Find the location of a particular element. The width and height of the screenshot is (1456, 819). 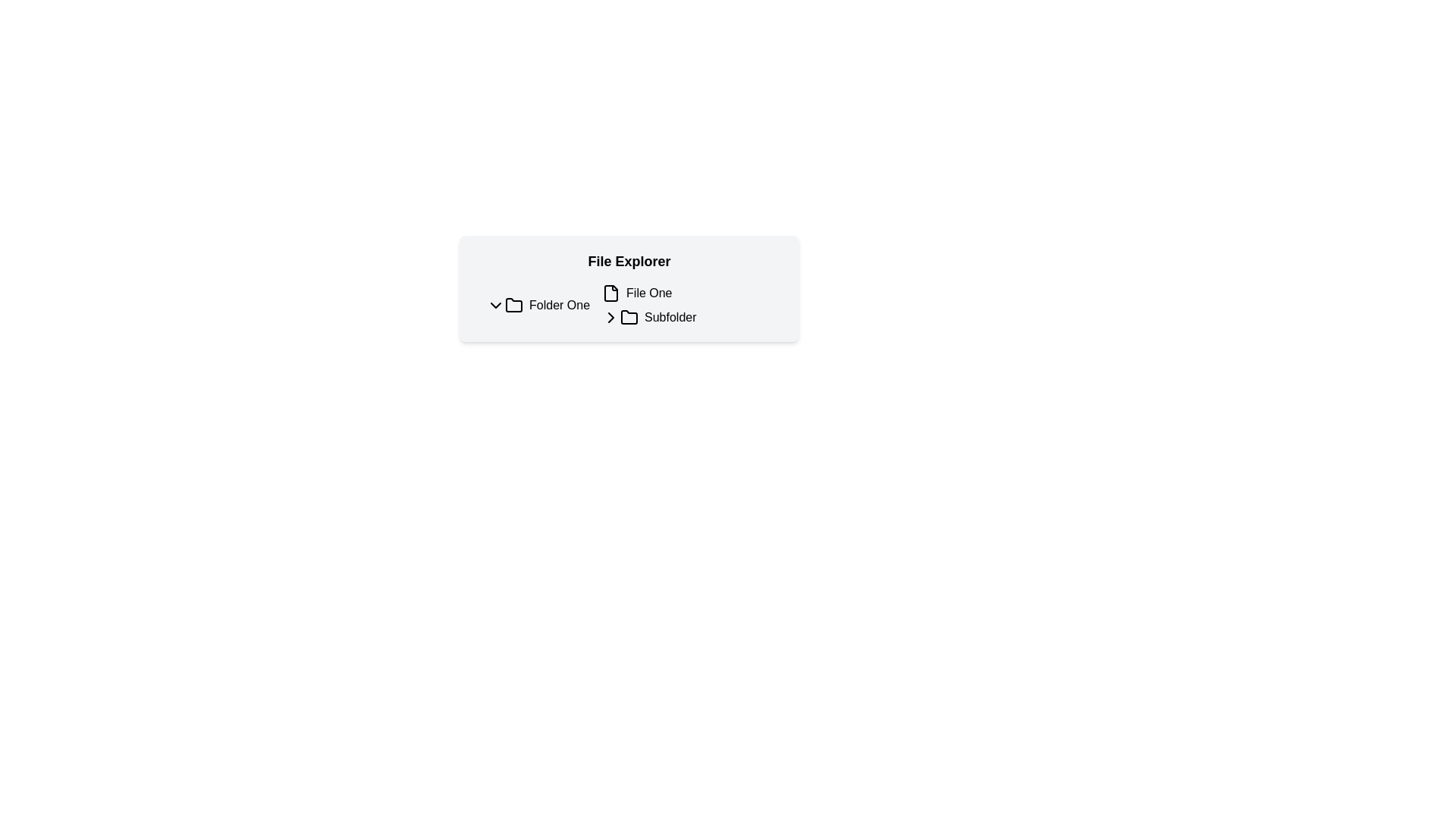

the 'File One' element in the file explorer is located at coordinates (637, 293).